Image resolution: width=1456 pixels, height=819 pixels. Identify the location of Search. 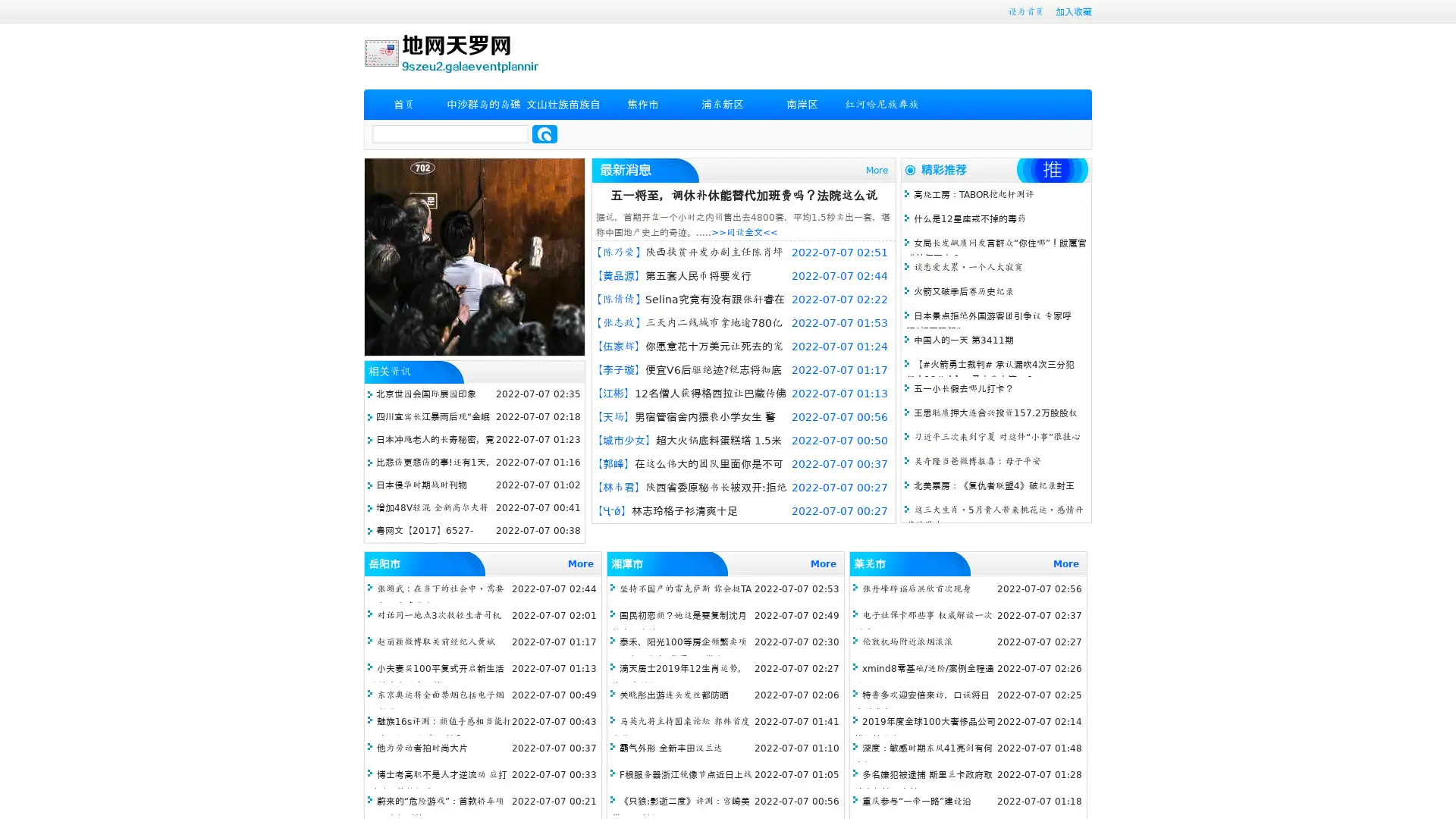
(544, 133).